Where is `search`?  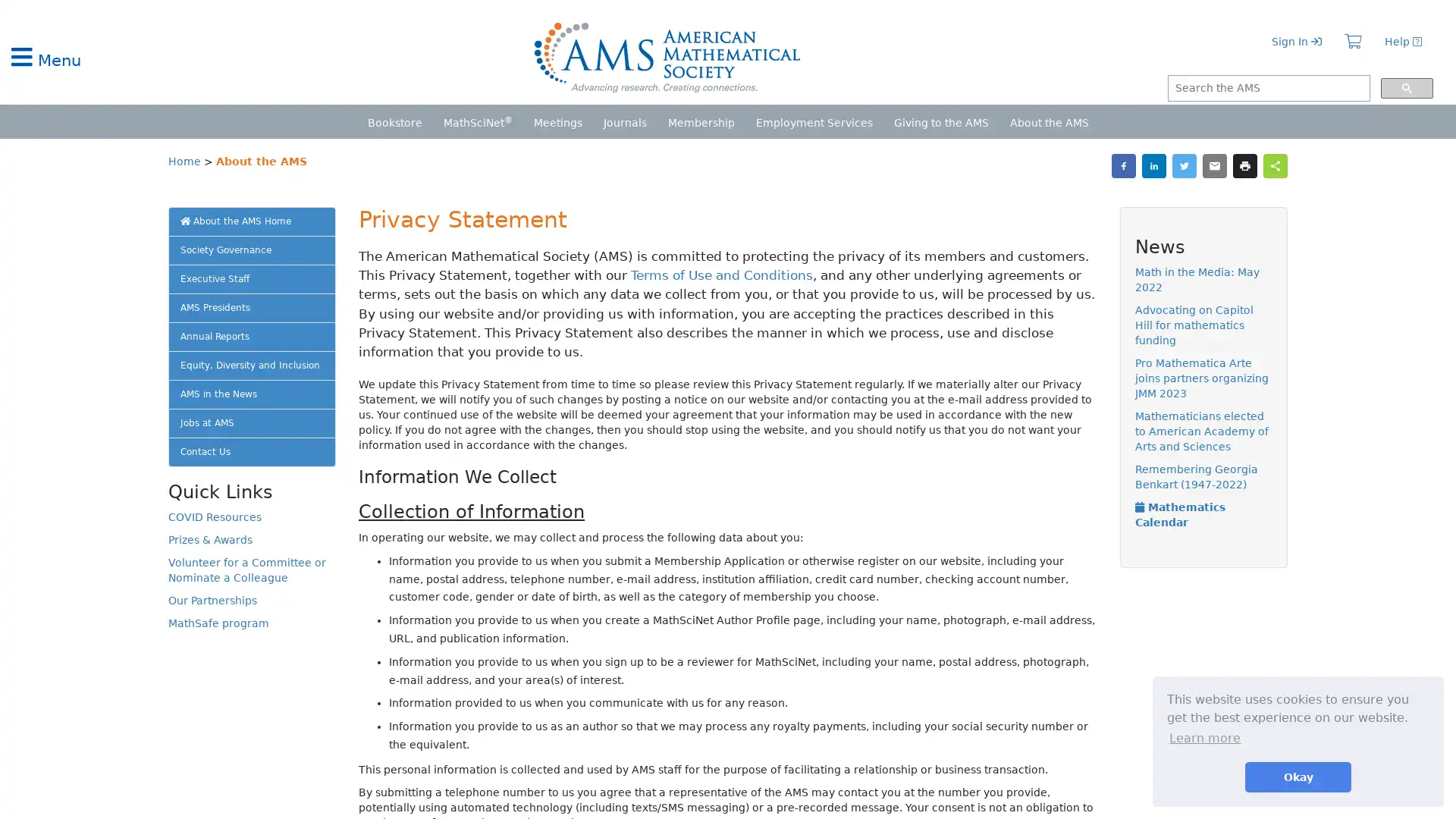
search is located at coordinates (1405, 88).